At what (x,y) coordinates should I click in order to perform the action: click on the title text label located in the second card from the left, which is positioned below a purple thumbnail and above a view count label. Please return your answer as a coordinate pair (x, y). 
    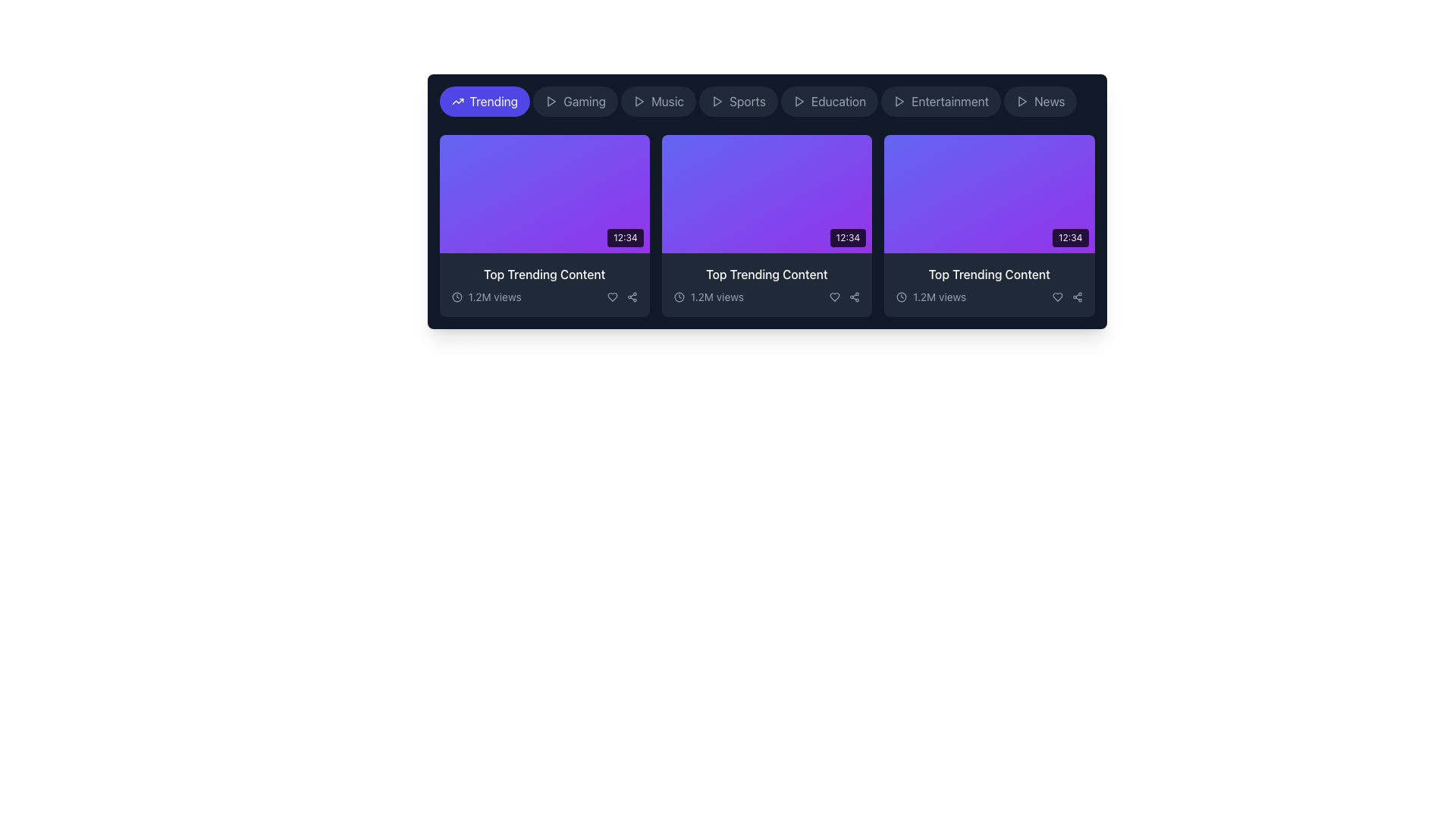
    Looking at the image, I should click on (767, 275).